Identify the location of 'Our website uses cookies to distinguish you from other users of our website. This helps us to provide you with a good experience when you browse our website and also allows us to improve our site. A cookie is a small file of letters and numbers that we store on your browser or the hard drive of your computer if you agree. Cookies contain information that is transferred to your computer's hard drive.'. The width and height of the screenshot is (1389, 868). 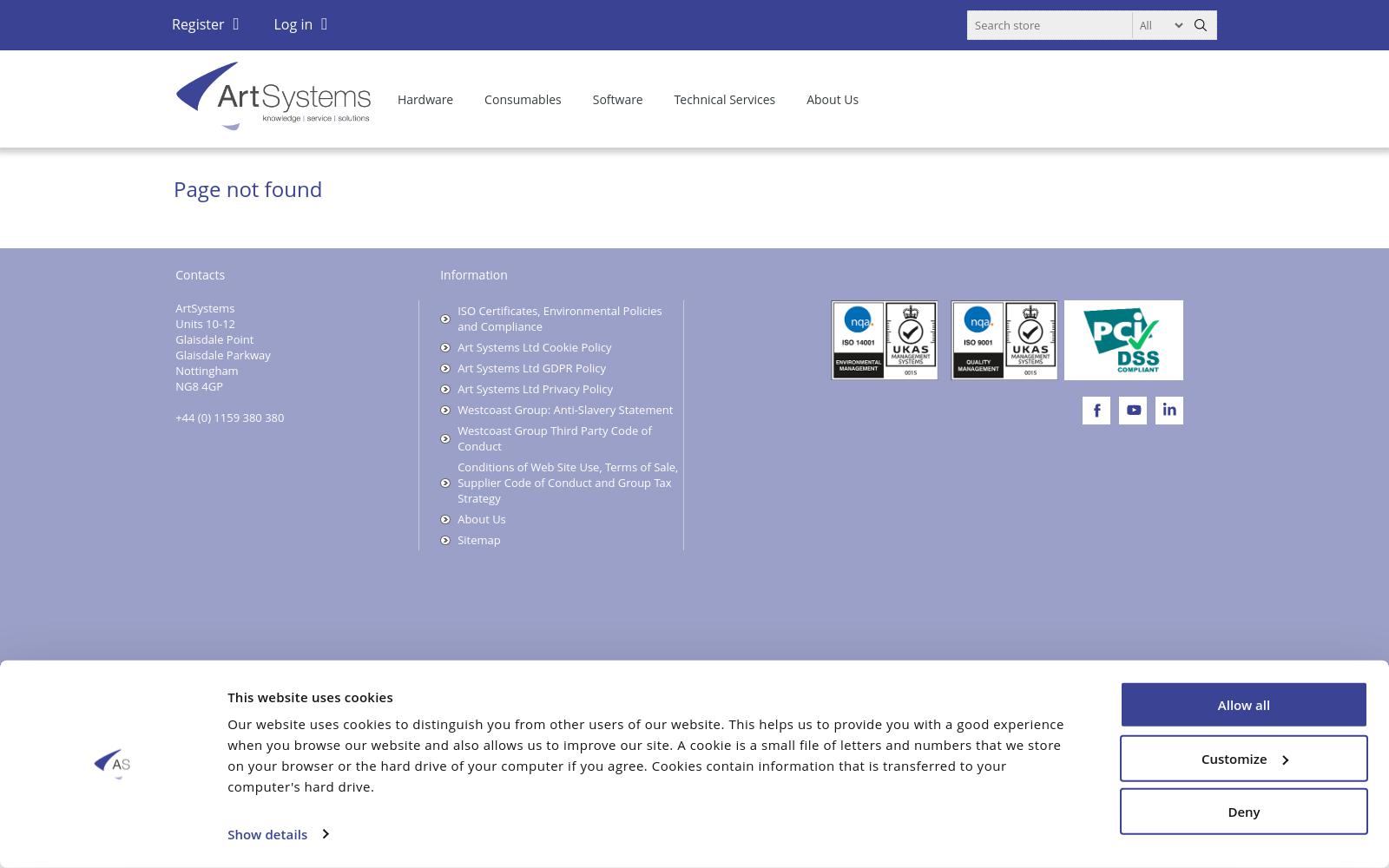
(645, 753).